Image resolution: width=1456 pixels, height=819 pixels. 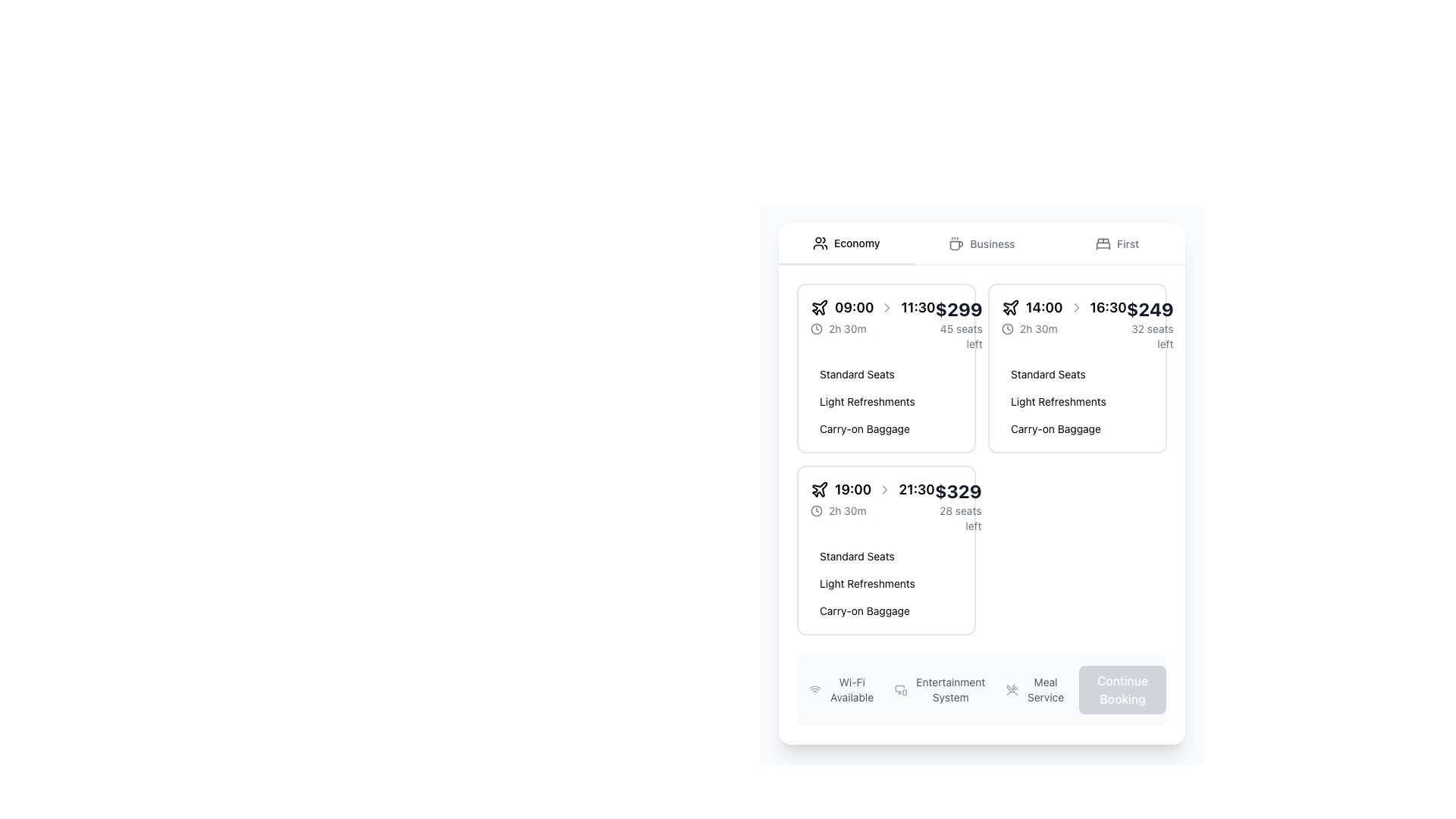 What do you see at coordinates (957, 491) in the screenshot?
I see `total price displayed in the top-right corner of the flight details card, which provides critical information for the customer` at bounding box center [957, 491].